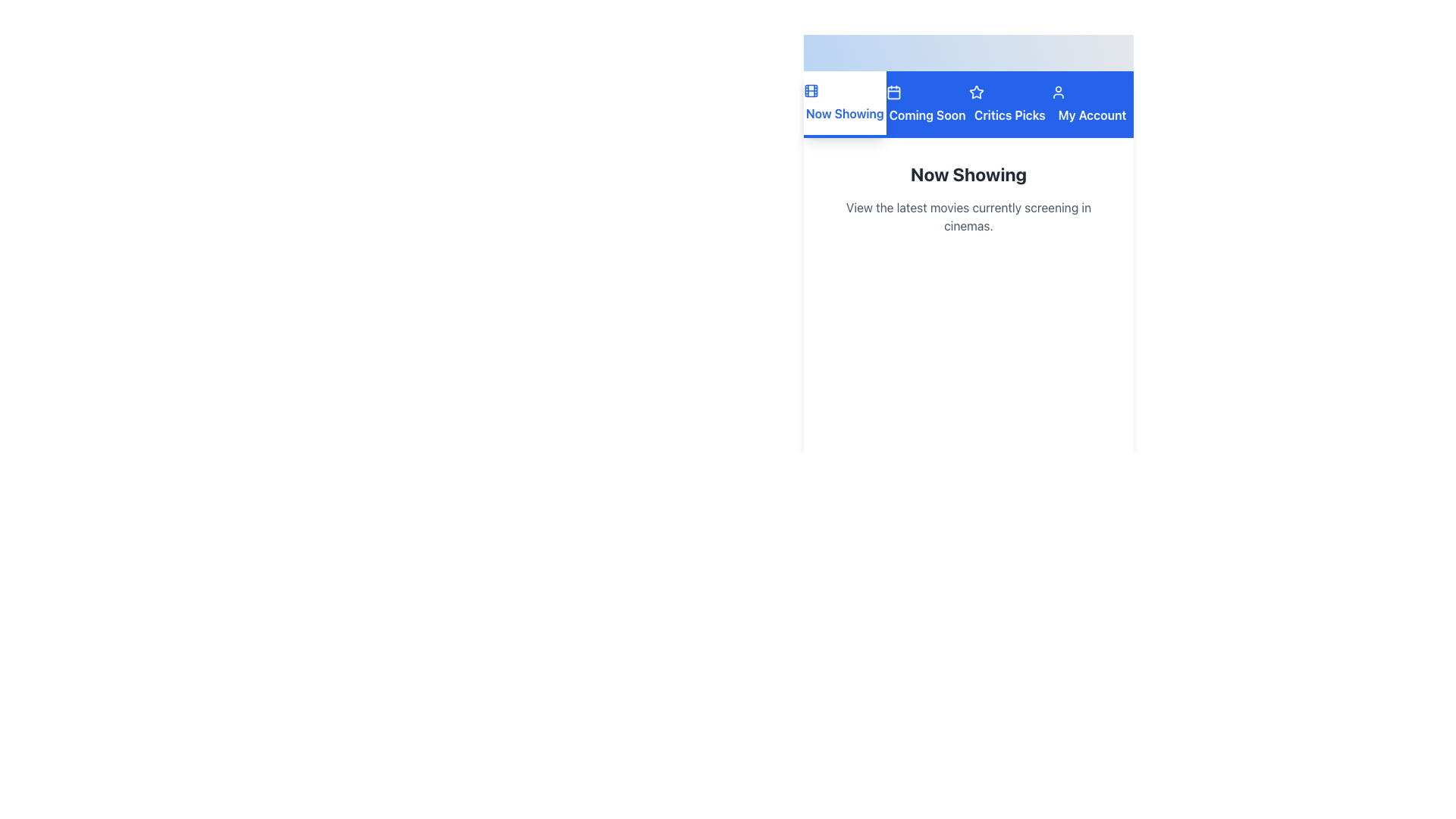 Image resolution: width=1456 pixels, height=819 pixels. What do you see at coordinates (844, 104) in the screenshot?
I see `the navigational button that directs users to the 'Now Showing' section of the application` at bounding box center [844, 104].